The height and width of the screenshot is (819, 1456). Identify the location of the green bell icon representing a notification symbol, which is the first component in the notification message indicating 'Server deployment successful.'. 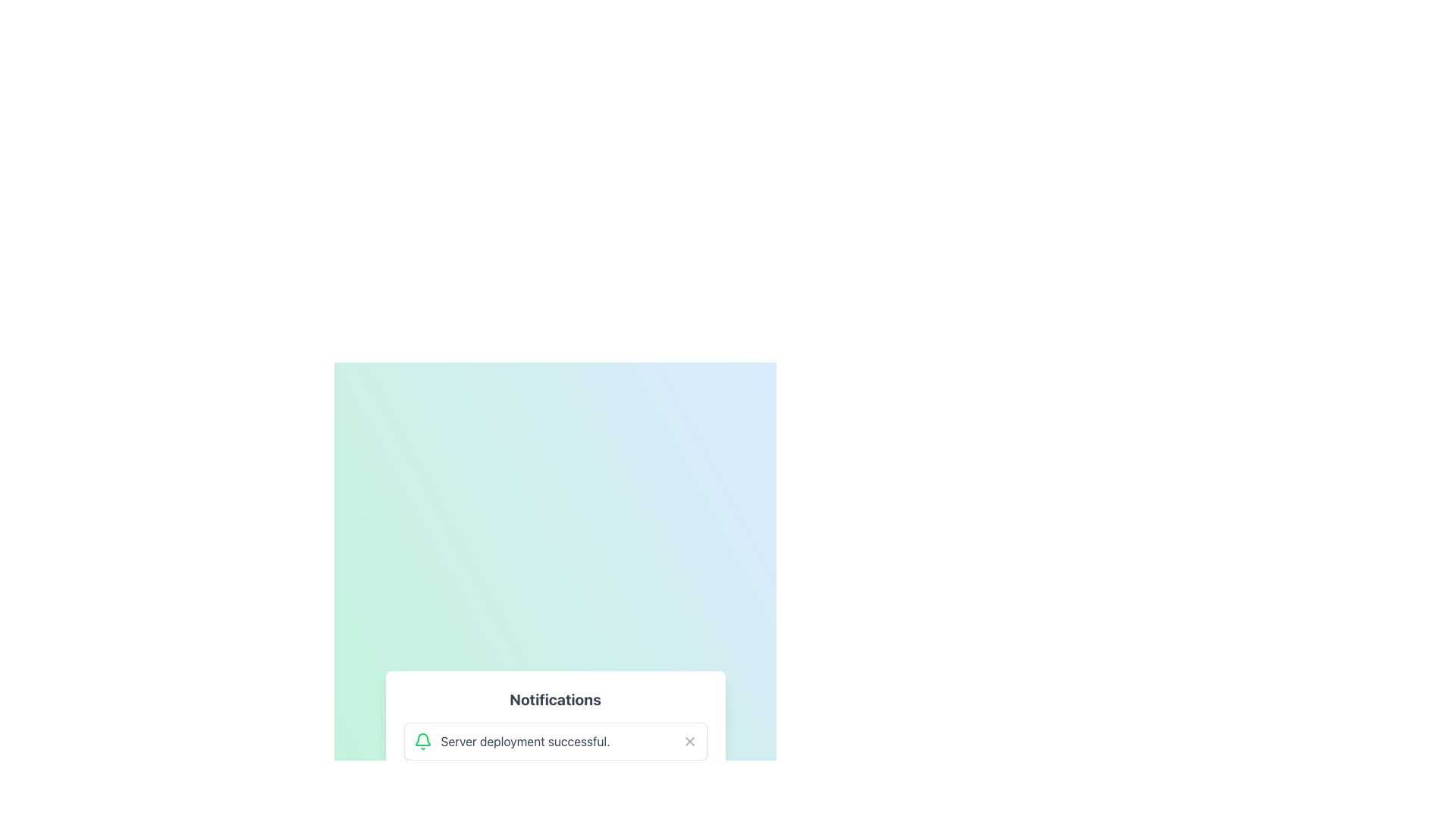
(422, 741).